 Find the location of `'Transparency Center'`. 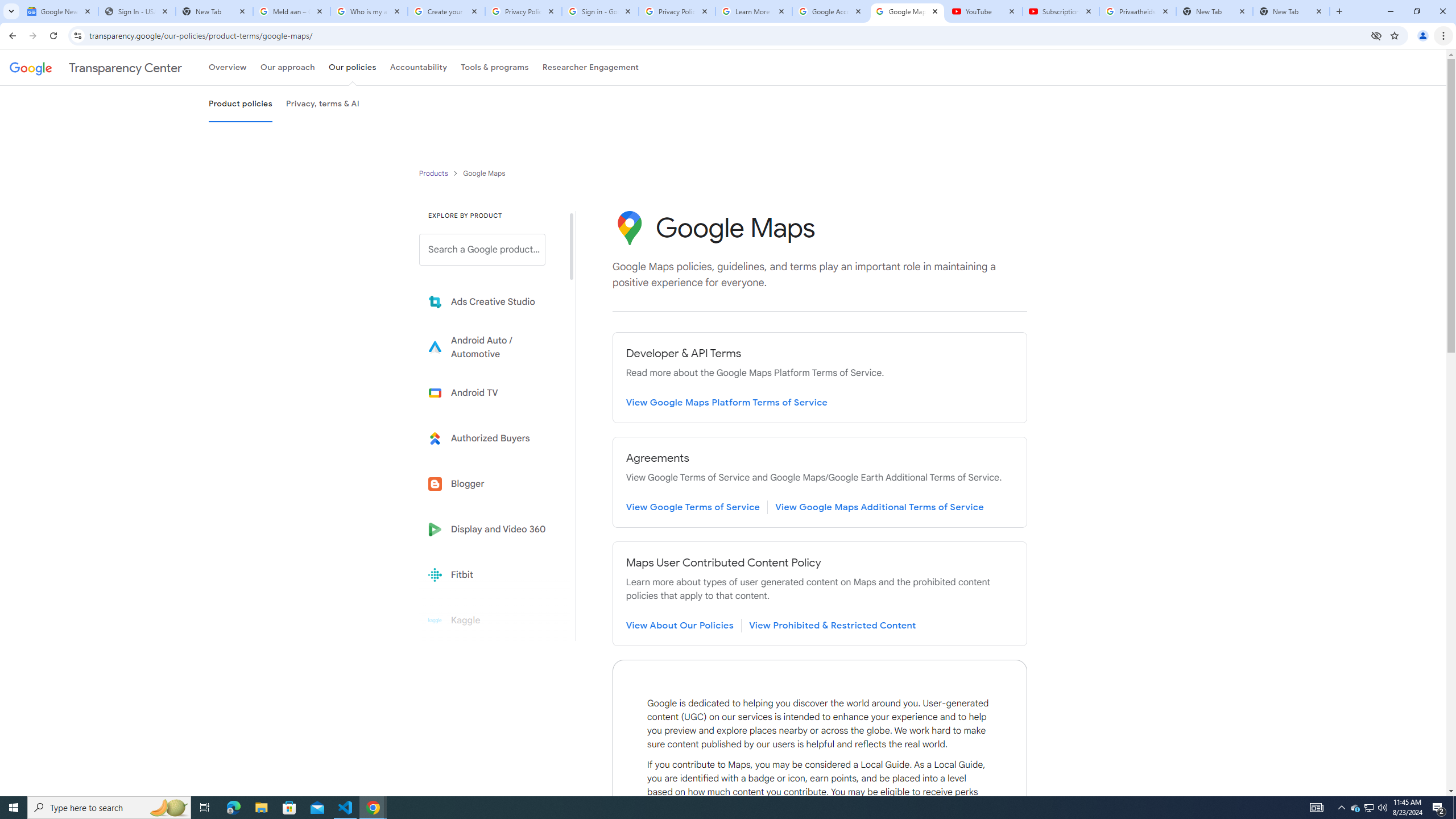

'Transparency Center' is located at coordinates (95, 67).